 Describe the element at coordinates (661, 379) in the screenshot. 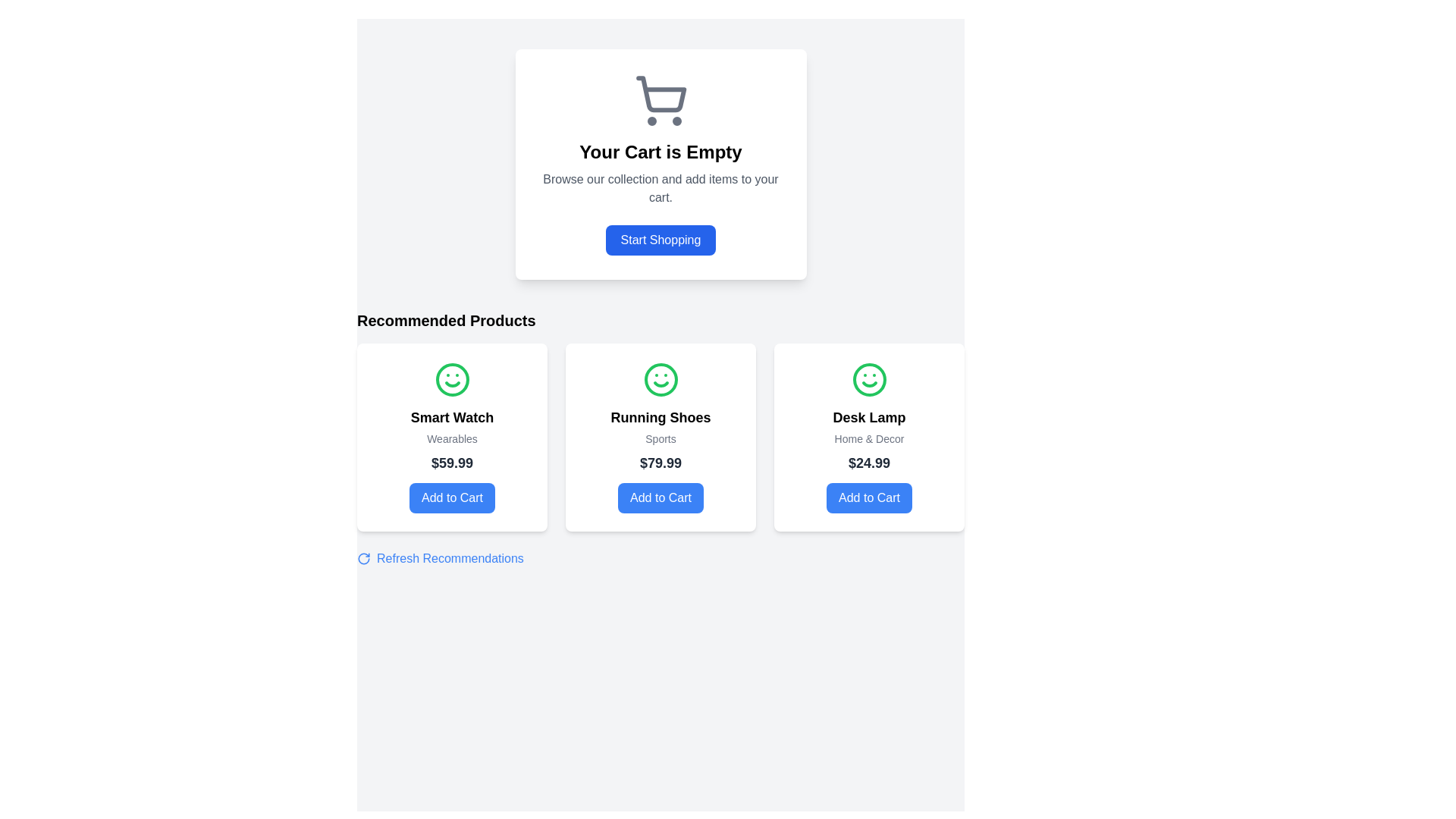

I see `the decorative icon representing satisfaction or approval positioned at the top-center of the 'Running Shoes' card` at that location.